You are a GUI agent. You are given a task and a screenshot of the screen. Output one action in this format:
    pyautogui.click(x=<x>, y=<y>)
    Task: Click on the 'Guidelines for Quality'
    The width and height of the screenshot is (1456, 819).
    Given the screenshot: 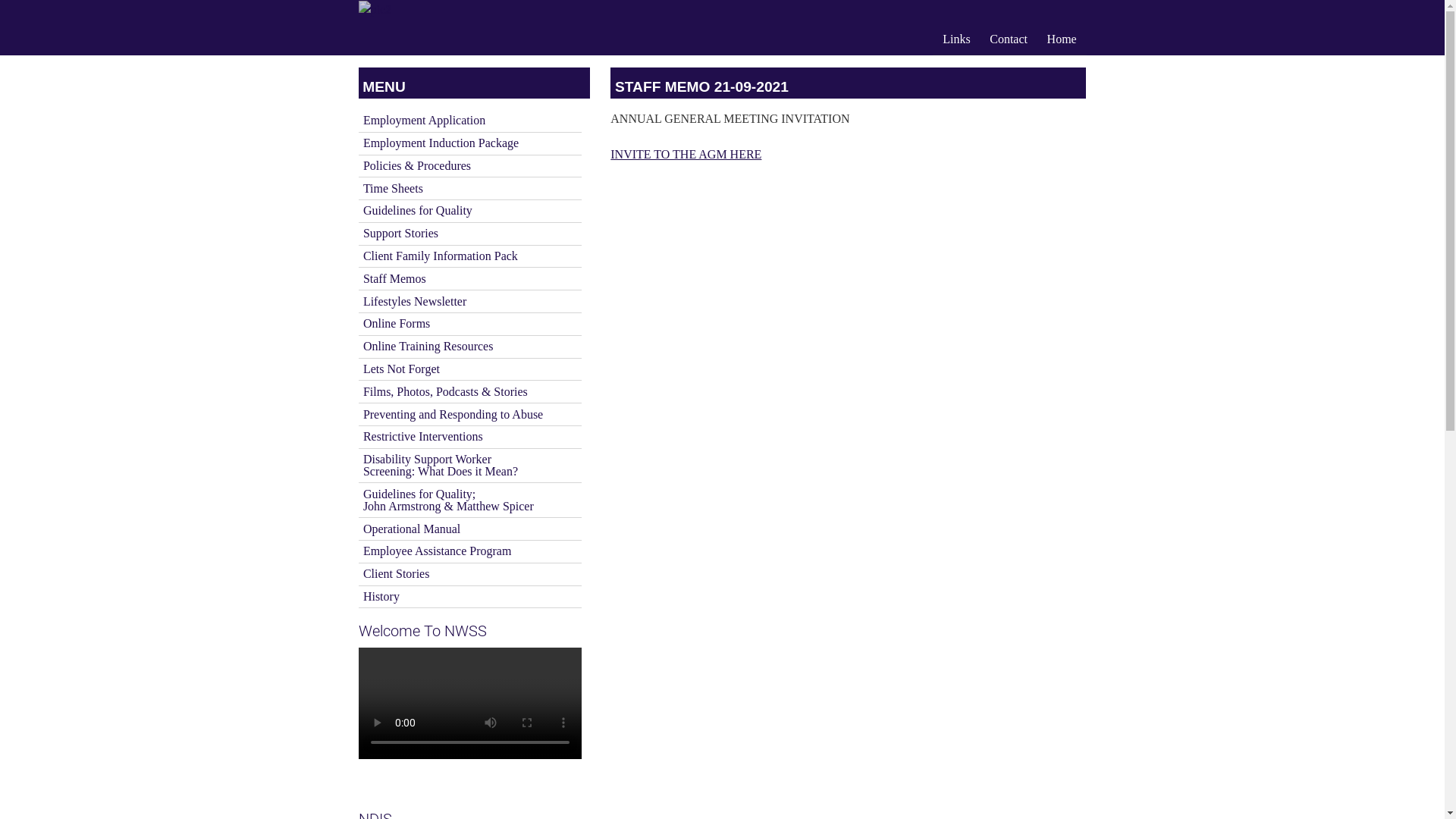 What is the action you would take?
    pyautogui.click(x=469, y=211)
    